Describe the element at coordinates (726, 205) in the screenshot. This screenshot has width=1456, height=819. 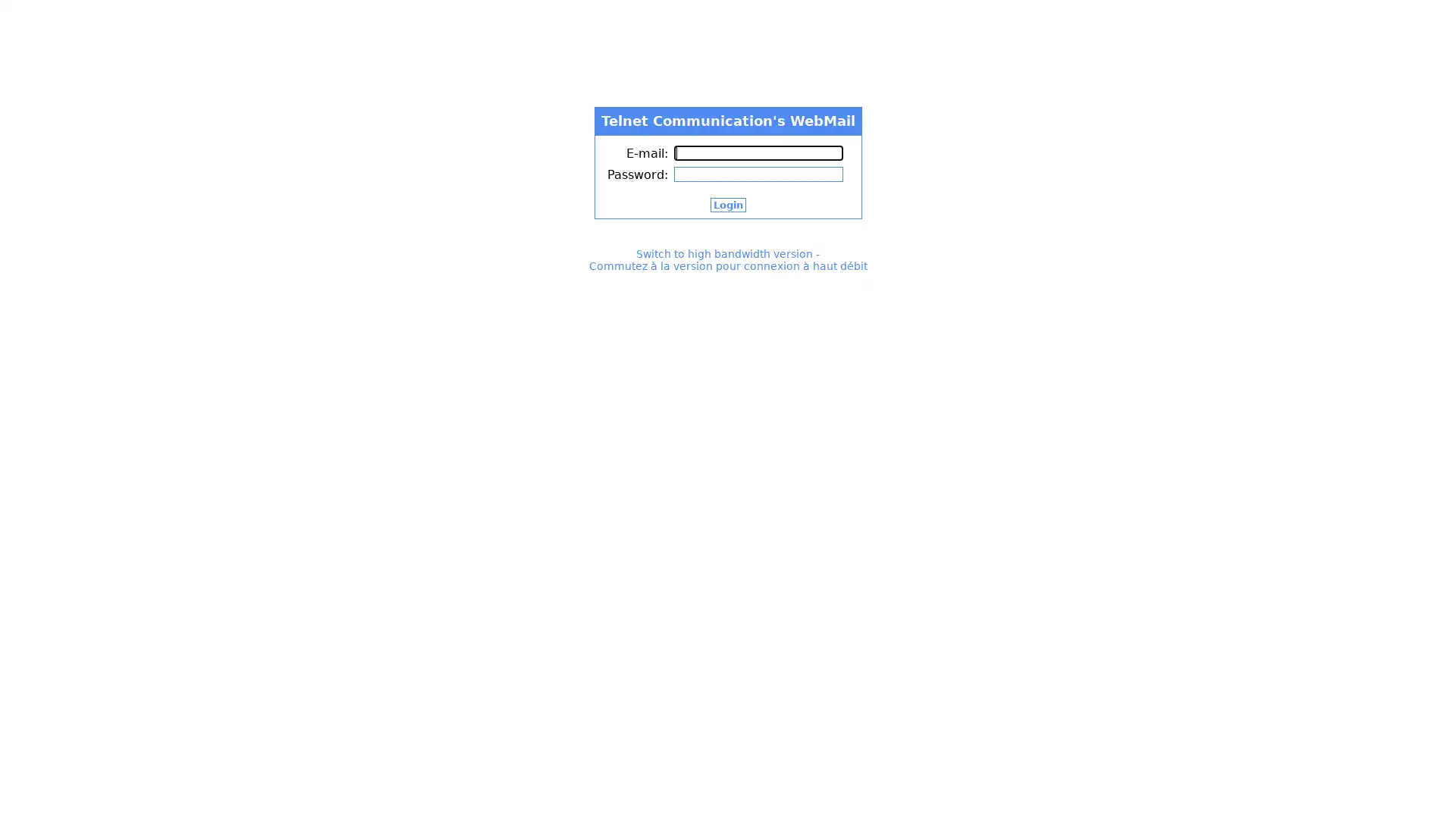
I see `Login` at that location.